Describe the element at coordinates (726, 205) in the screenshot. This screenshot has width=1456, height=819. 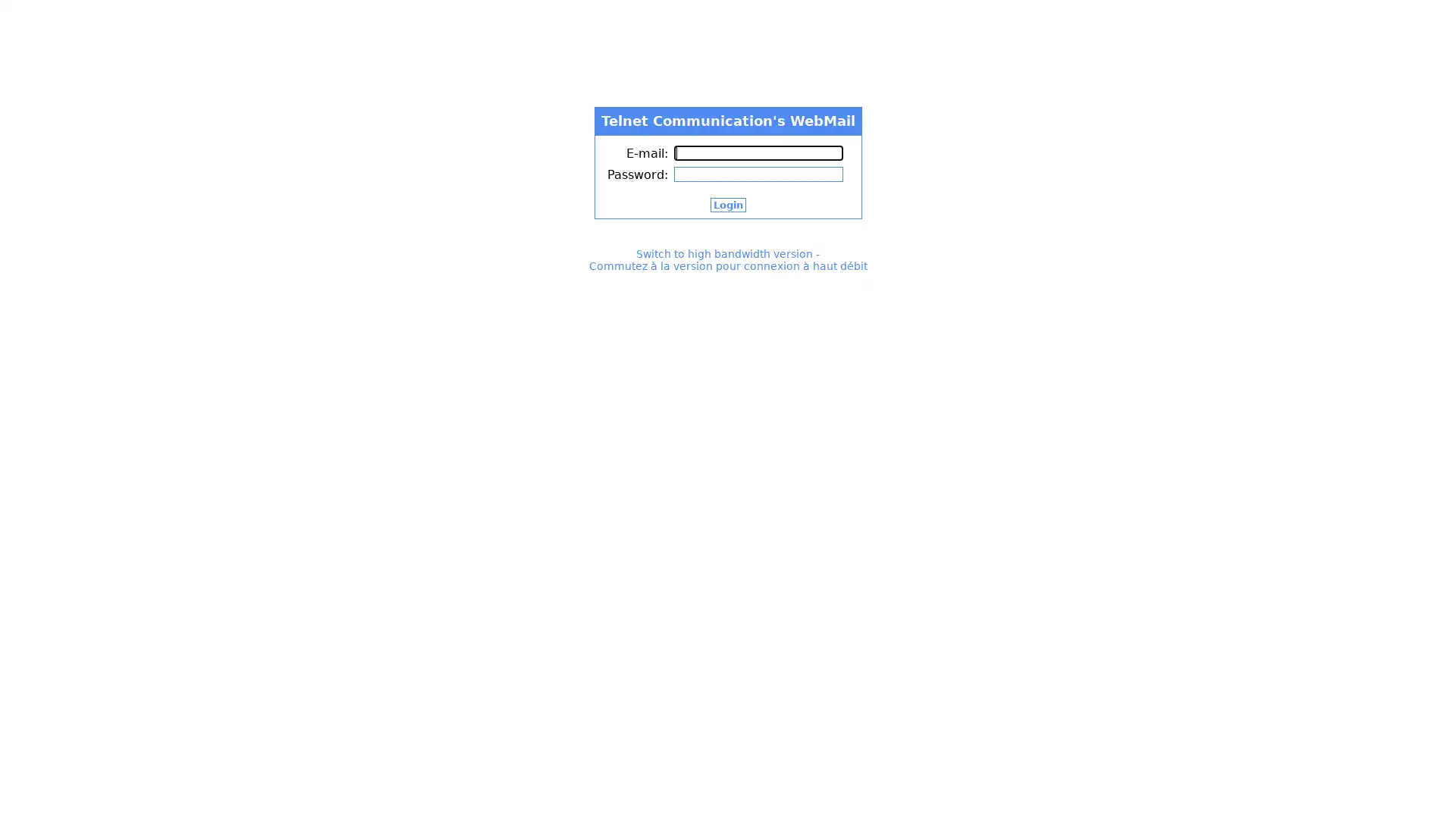
I see `Login` at that location.